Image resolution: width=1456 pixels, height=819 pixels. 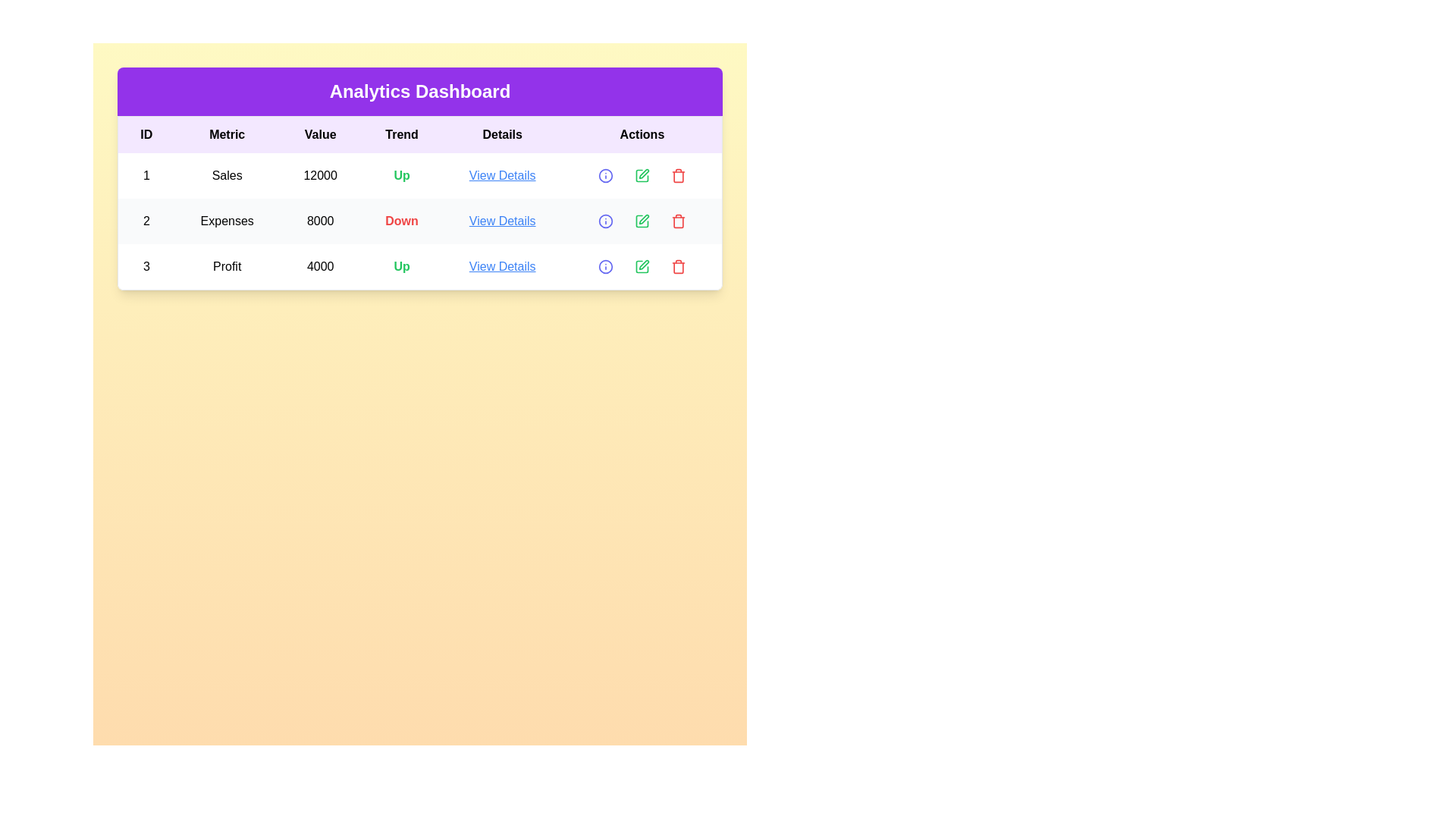 I want to click on the red trash icon button, which is the third action button in the Actions column of the table in the second row, so click(x=677, y=221).